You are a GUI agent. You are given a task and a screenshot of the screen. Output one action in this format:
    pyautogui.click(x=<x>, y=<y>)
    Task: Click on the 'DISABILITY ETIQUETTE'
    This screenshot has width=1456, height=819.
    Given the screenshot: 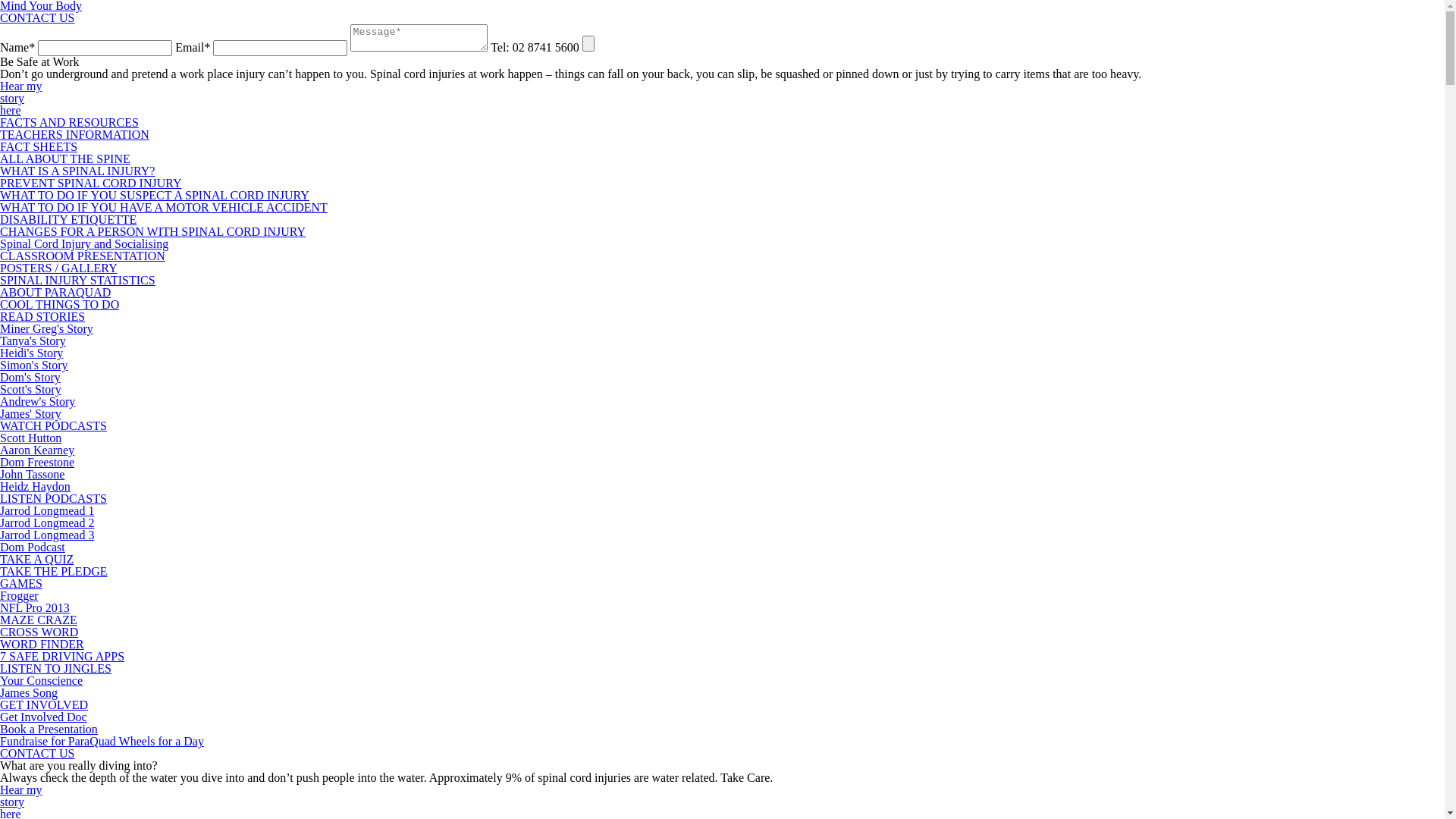 What is the action you would take?
    pyautogui.click(x=67, y=219)
    